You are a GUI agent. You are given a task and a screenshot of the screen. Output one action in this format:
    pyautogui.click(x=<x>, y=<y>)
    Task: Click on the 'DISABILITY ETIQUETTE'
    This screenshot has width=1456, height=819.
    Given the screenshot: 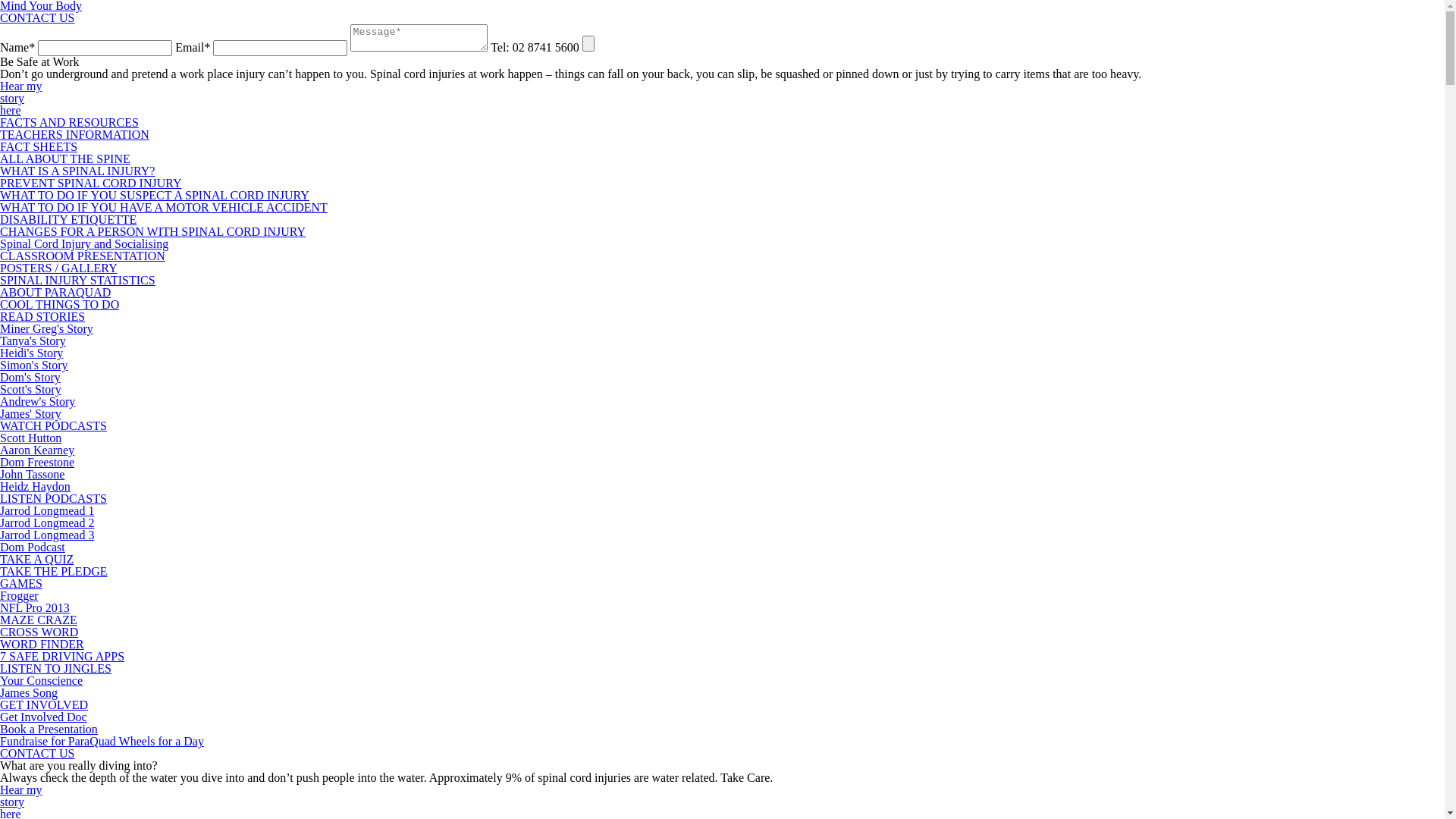 What is the action you would take?
    pyautogui.click(x=67, y=219)
    